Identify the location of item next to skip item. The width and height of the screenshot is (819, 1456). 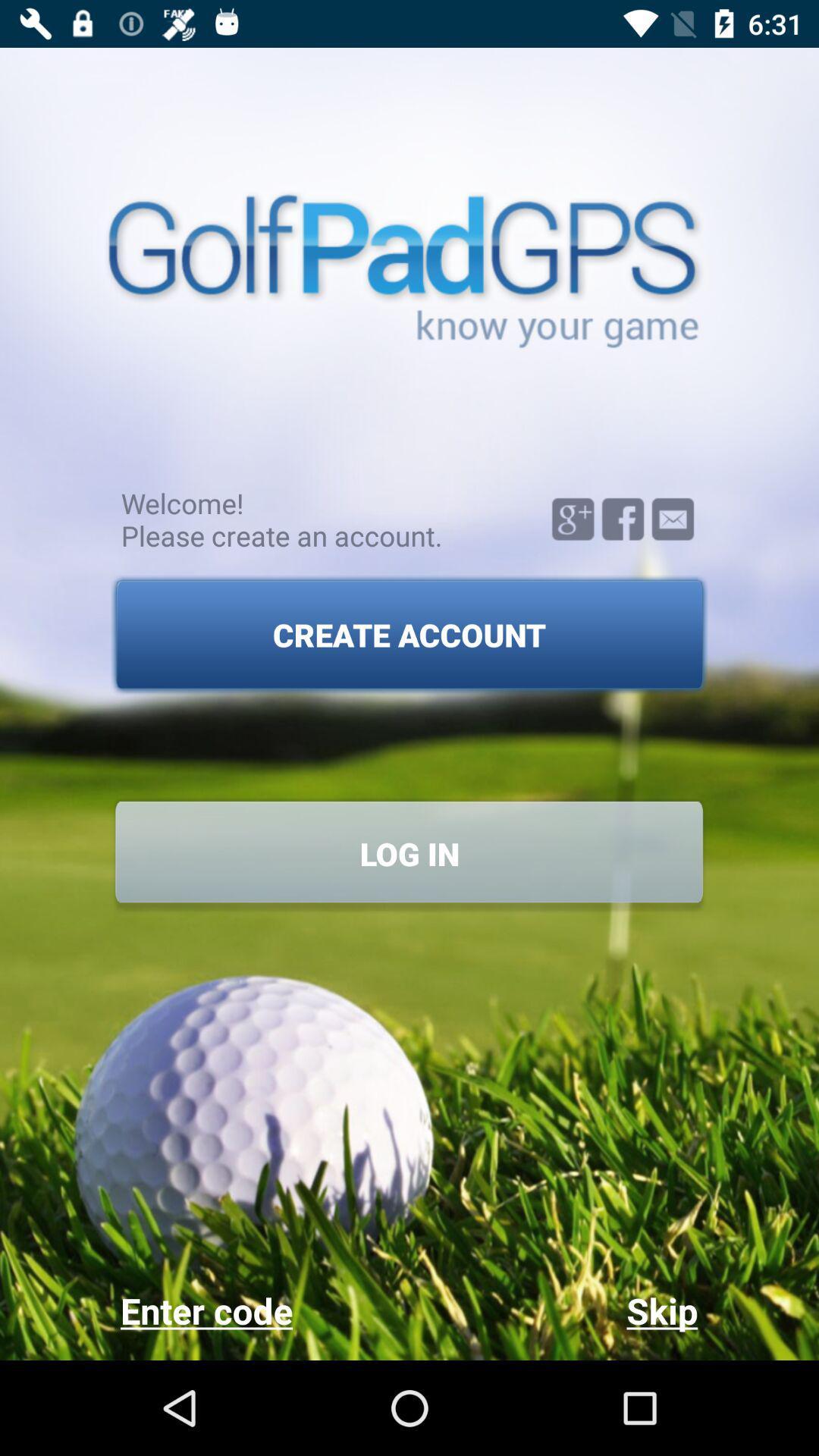
(264, 1310).